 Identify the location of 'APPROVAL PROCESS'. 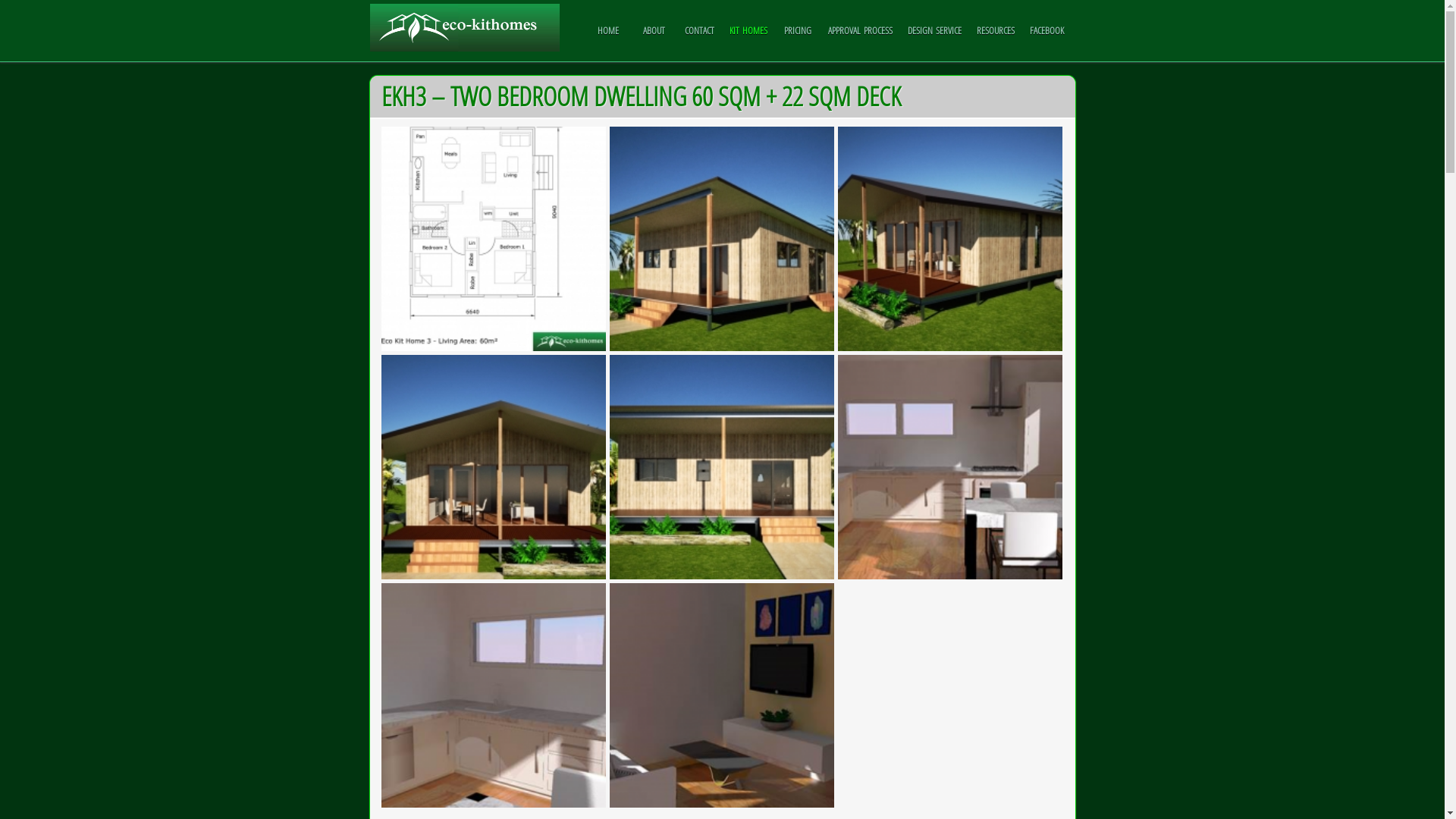
(860, 30).